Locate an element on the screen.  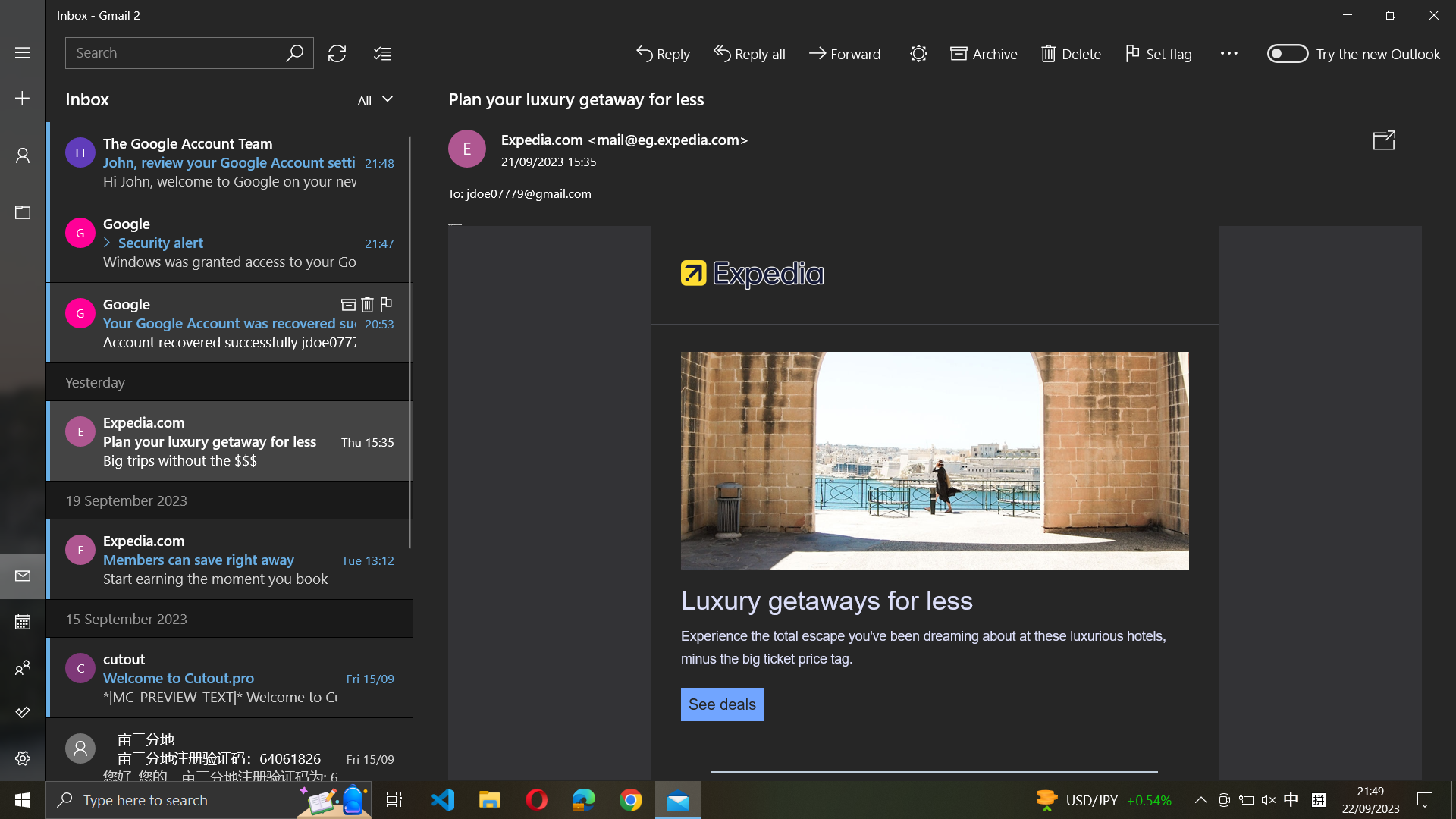
Change the status of the first email to read is located at coordinates (229, 161).